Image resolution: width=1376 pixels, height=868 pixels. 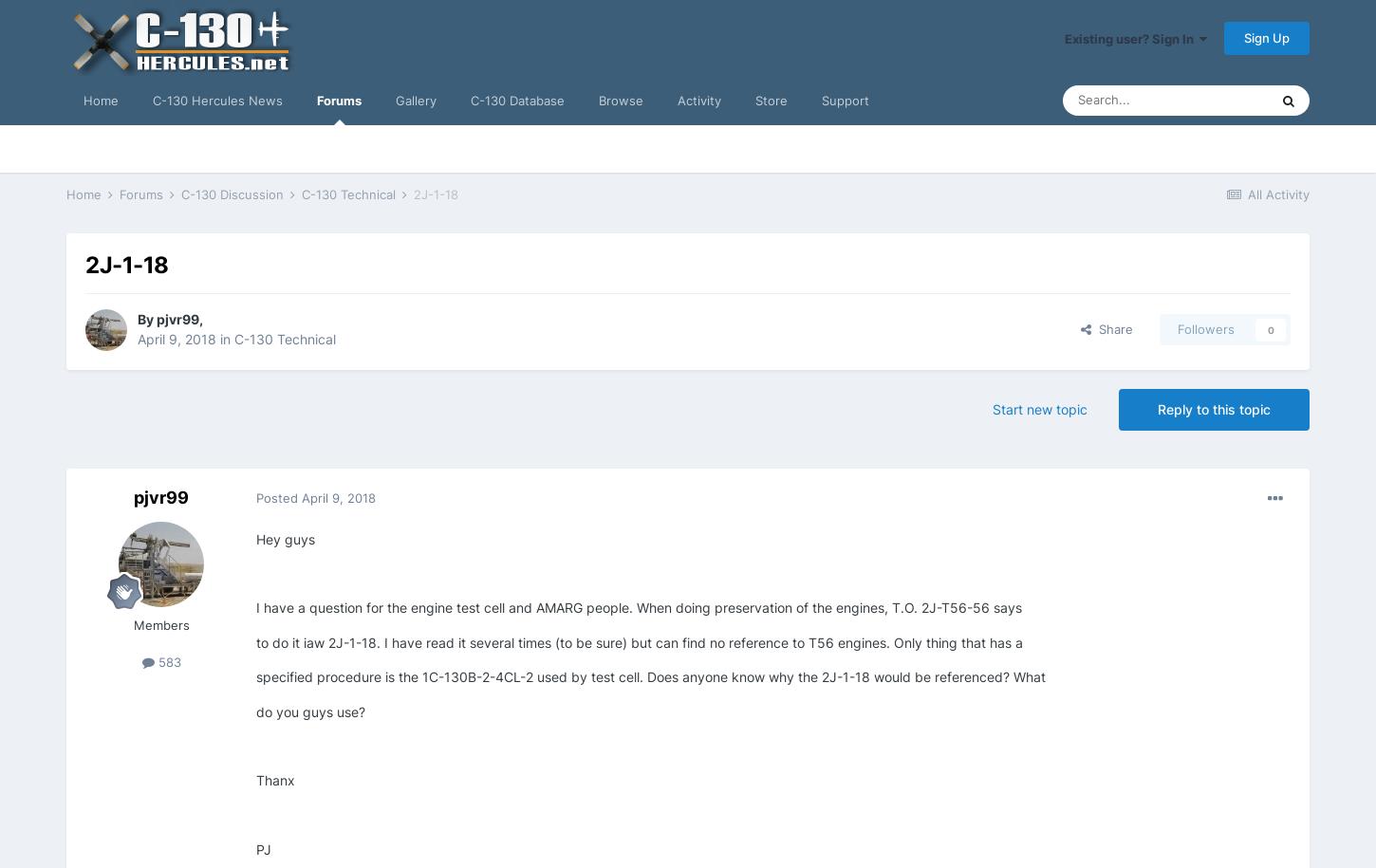 What do you see at coordinates (638, 640) in the screenshot?
I see `'to do it iaw 2J-1-18. I have read it several times (to be sure) but can find no reference to T56 engines. Only thing that has a'` at bounding box center [638, 640].